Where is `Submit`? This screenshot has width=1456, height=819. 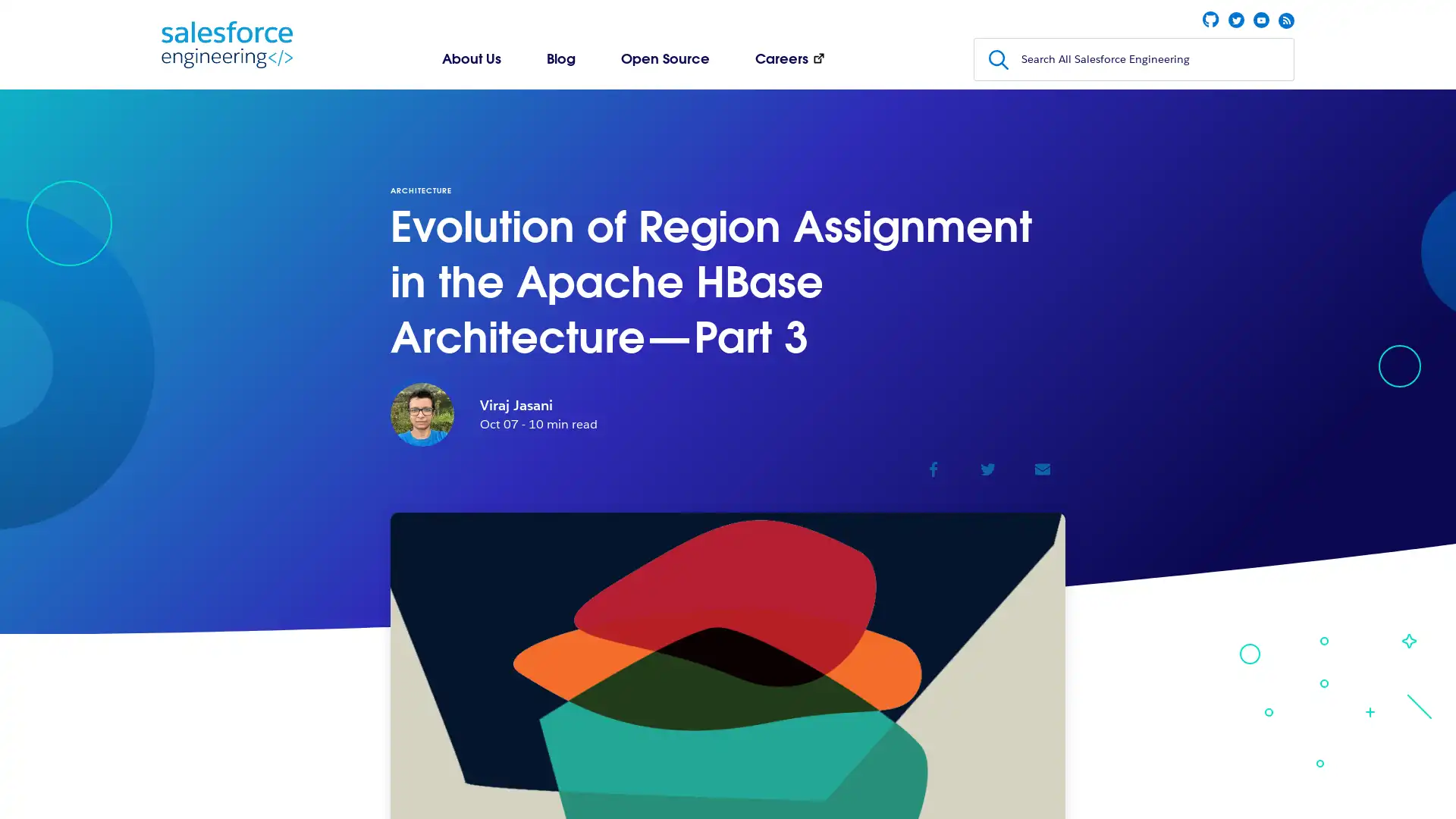 Submit is located at coordinates (1293, 36).